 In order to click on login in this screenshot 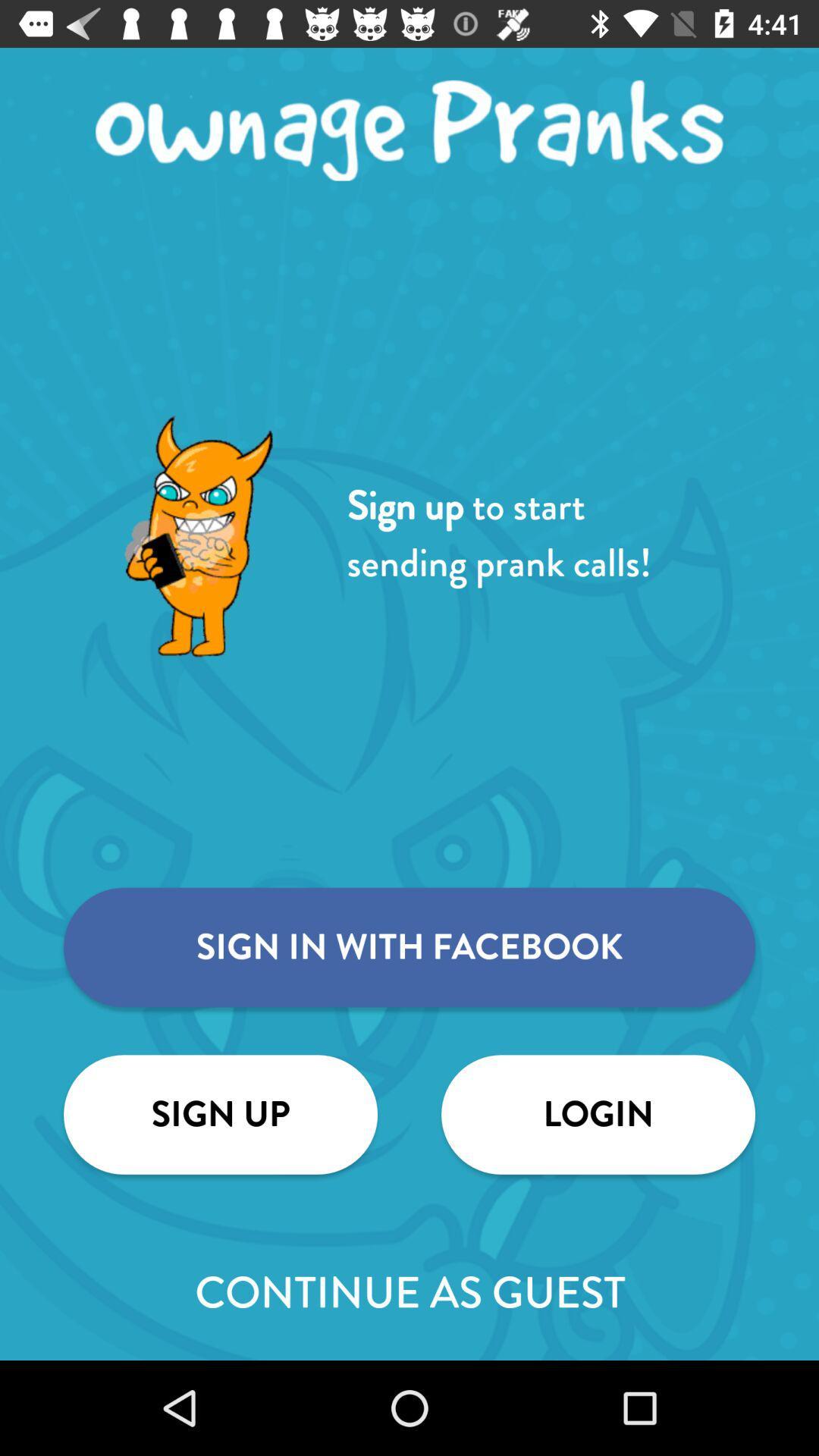, I will do `click(598, 1114)`.